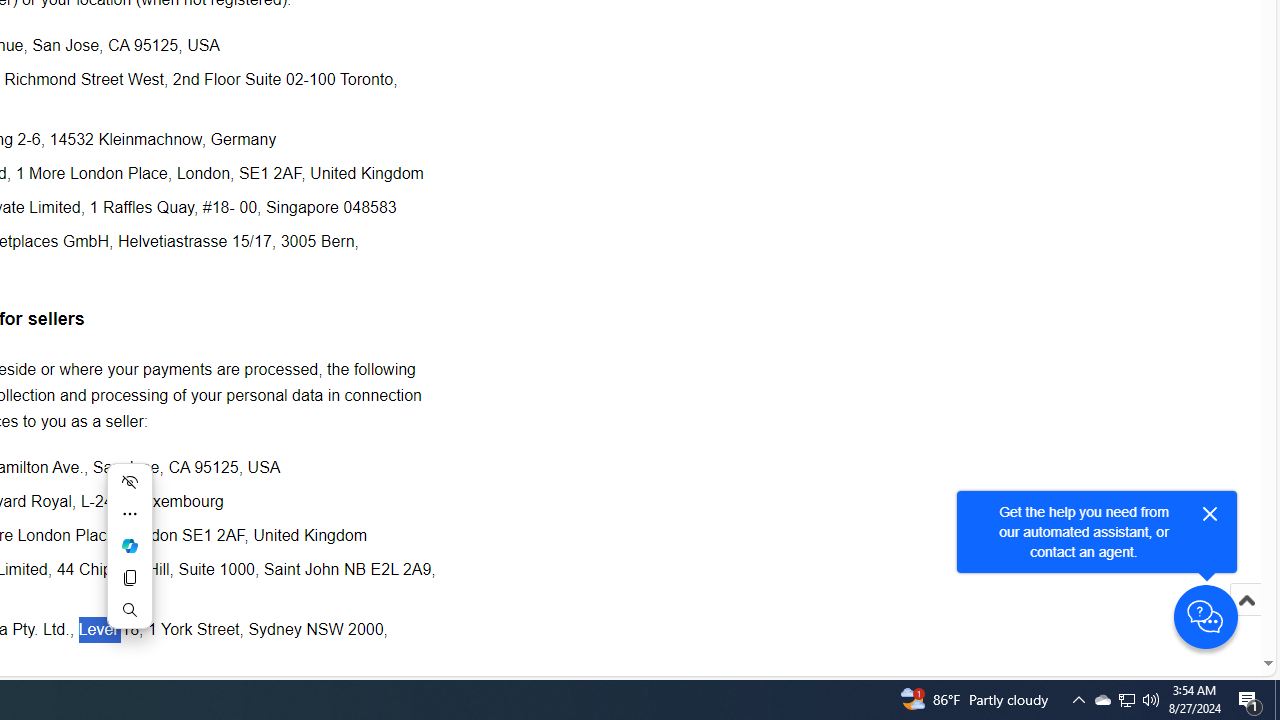  What do you see at coordinates (128, 513) in the screenshot?
I see `'More actions'` at bounding box center [128, 513].